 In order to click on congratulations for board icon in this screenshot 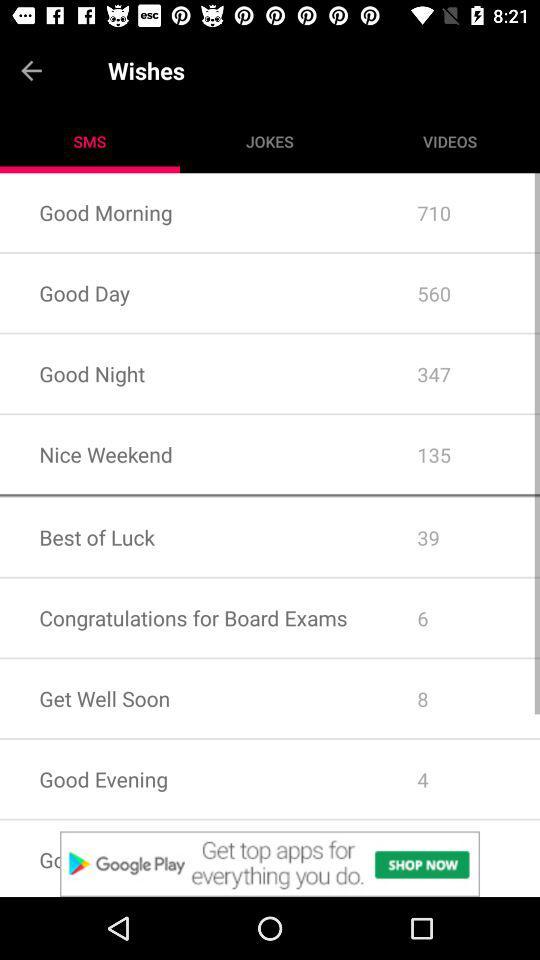, I will do `click(189, 617)`.